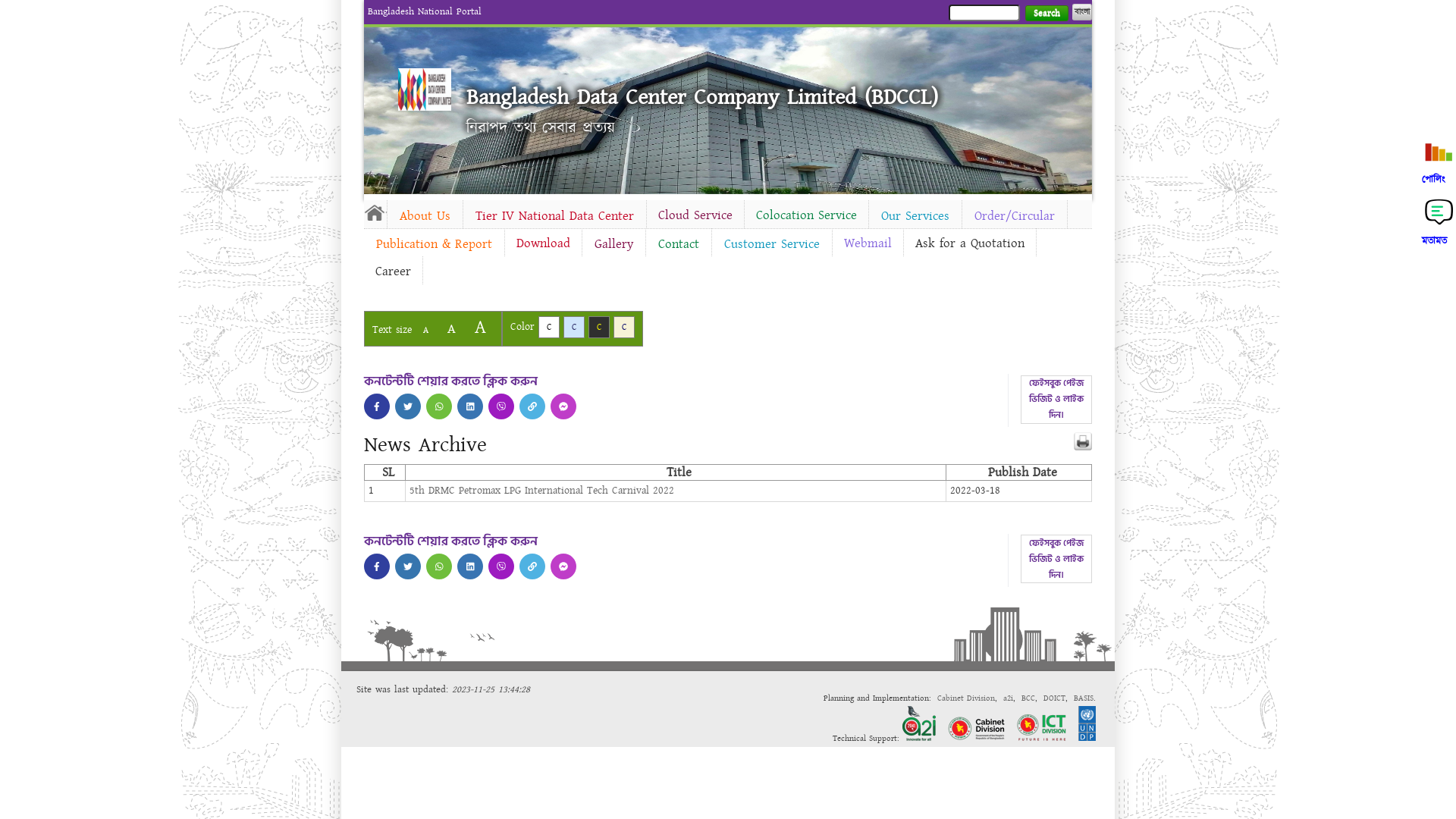  Describe the element at coordinates (1043, 698) in the screenshot. I see `'DOICT'` at that location.